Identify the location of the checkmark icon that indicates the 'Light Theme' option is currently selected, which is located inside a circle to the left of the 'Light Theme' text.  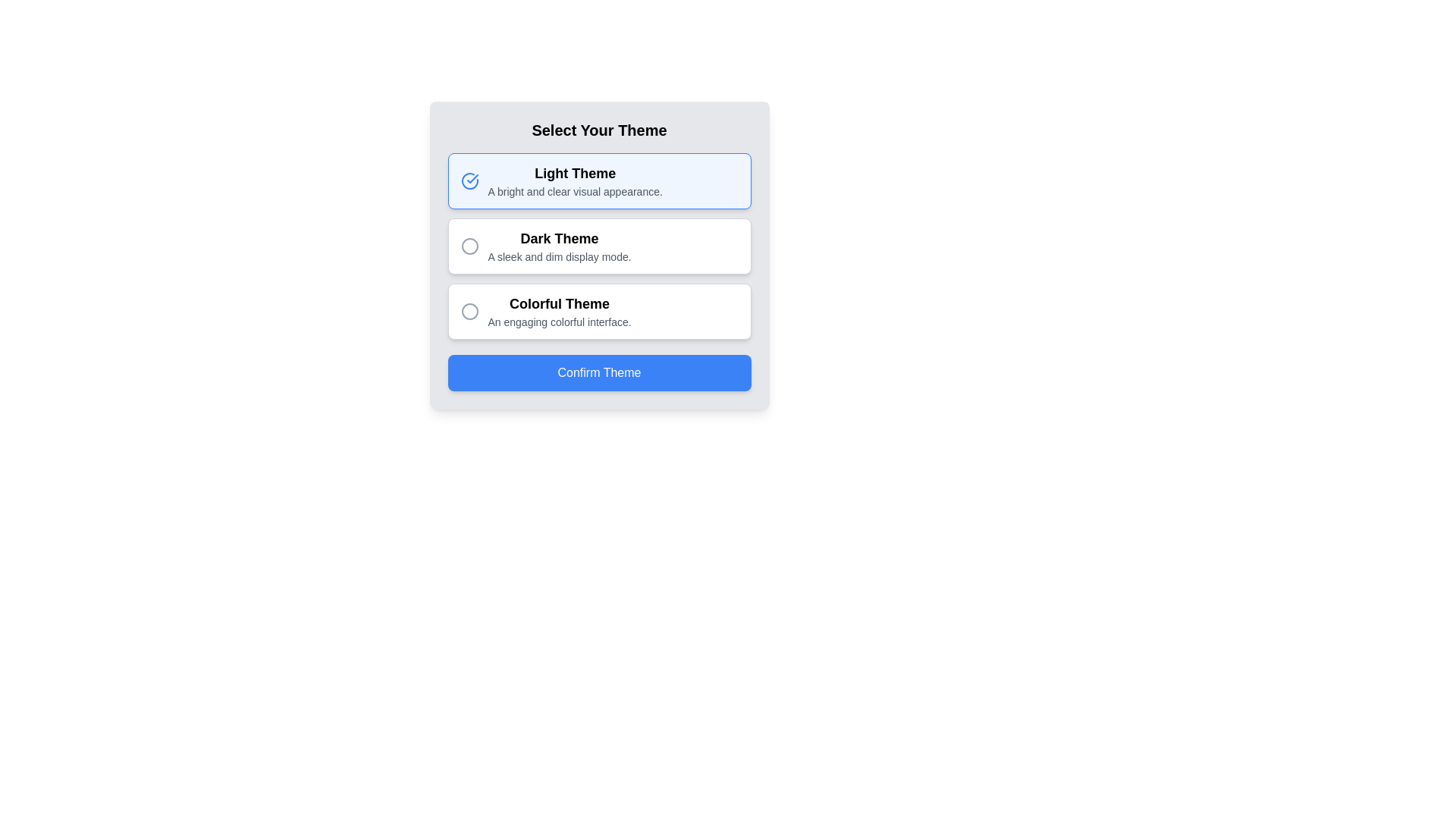
(472, 177).